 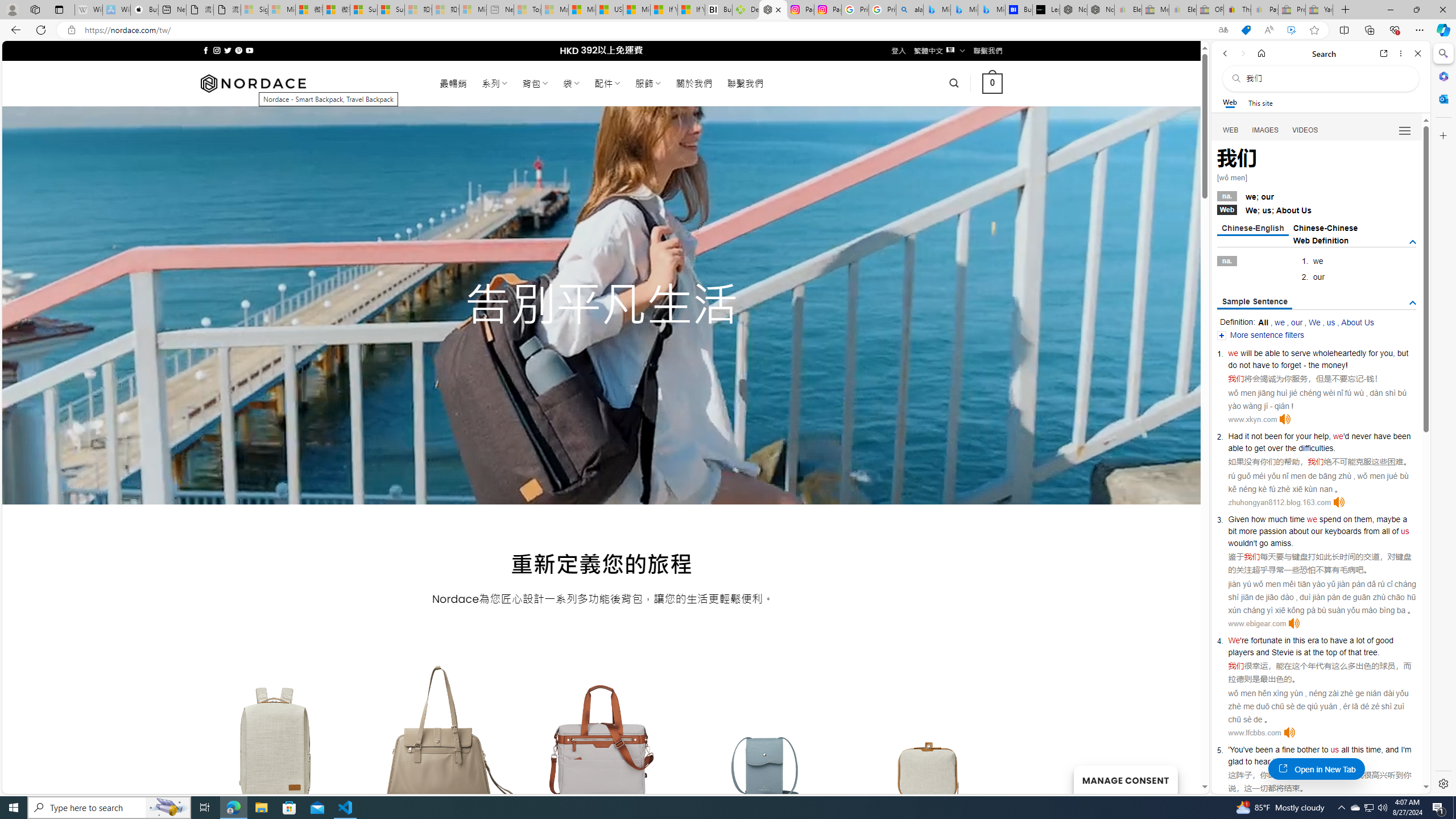 I want to click on 'is', so click(x=1298, y=651).